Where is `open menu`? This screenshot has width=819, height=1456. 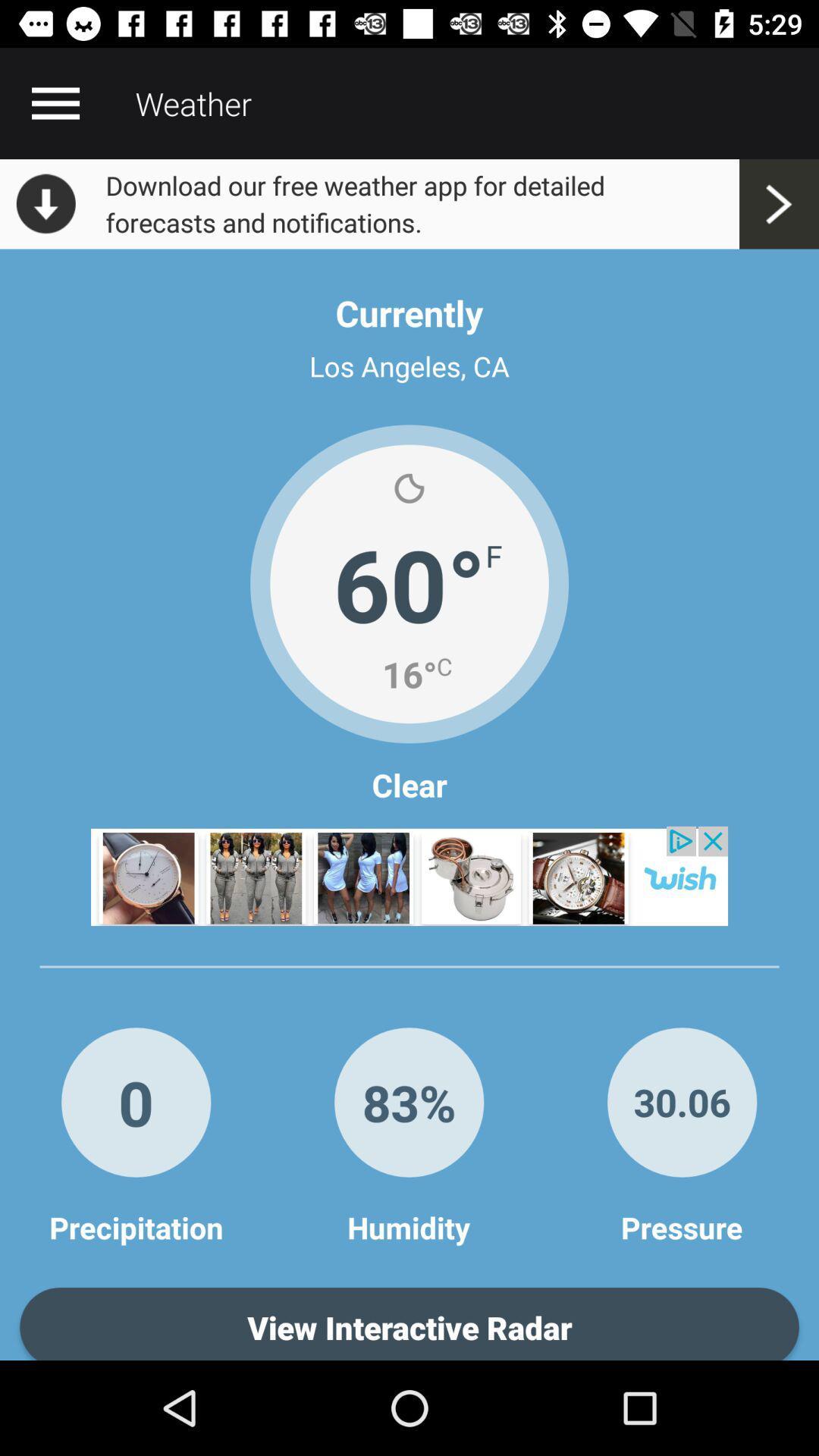 open menu is located at coordinates (55, 102).